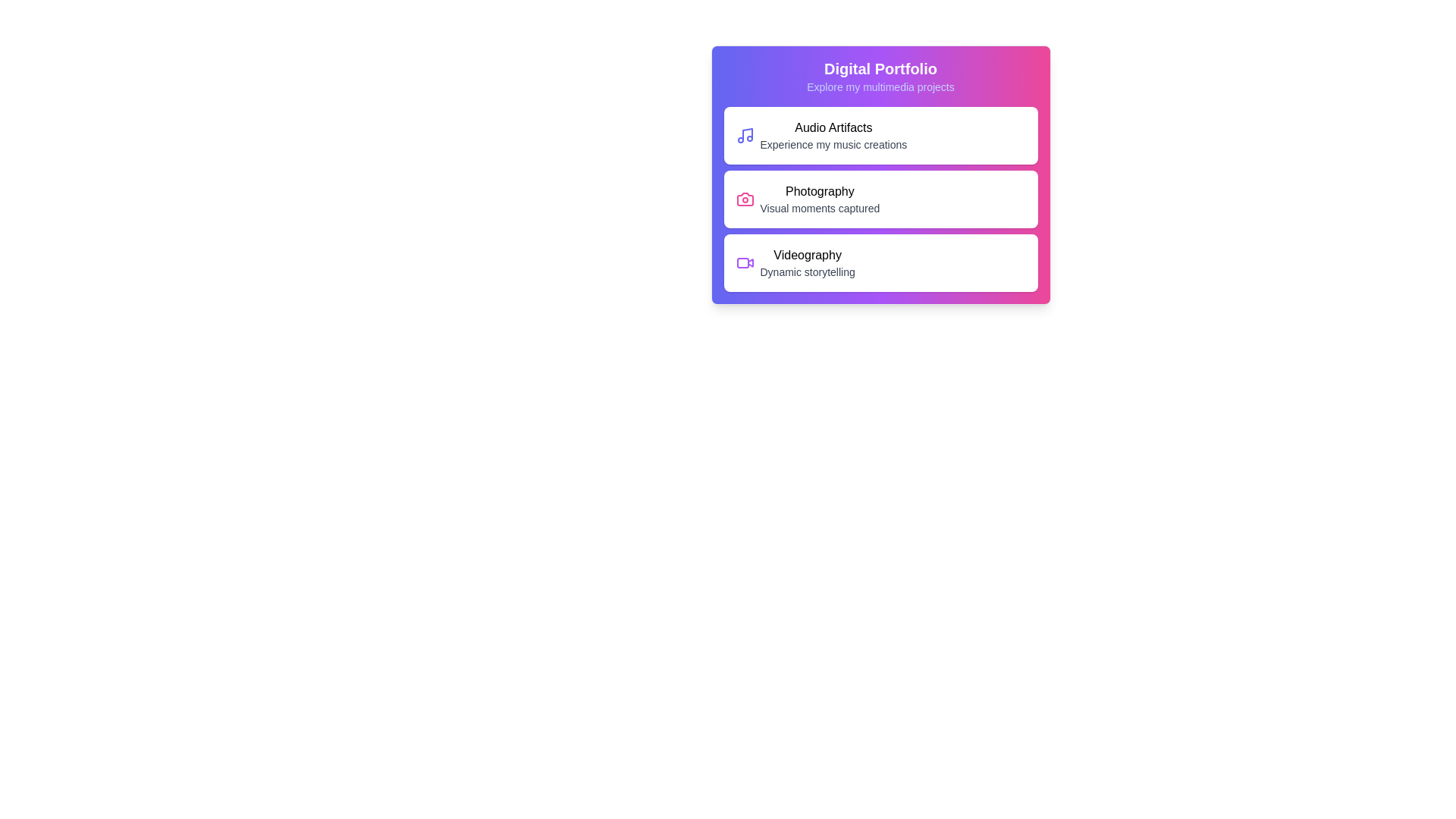 This screenshot has width=1456, height=819. What do you see at coordinates (880, 174) in the screenshot?
I see `the photography projects card, which is the second card in a vertical stack of three cards` at bounding box center [880, 174].